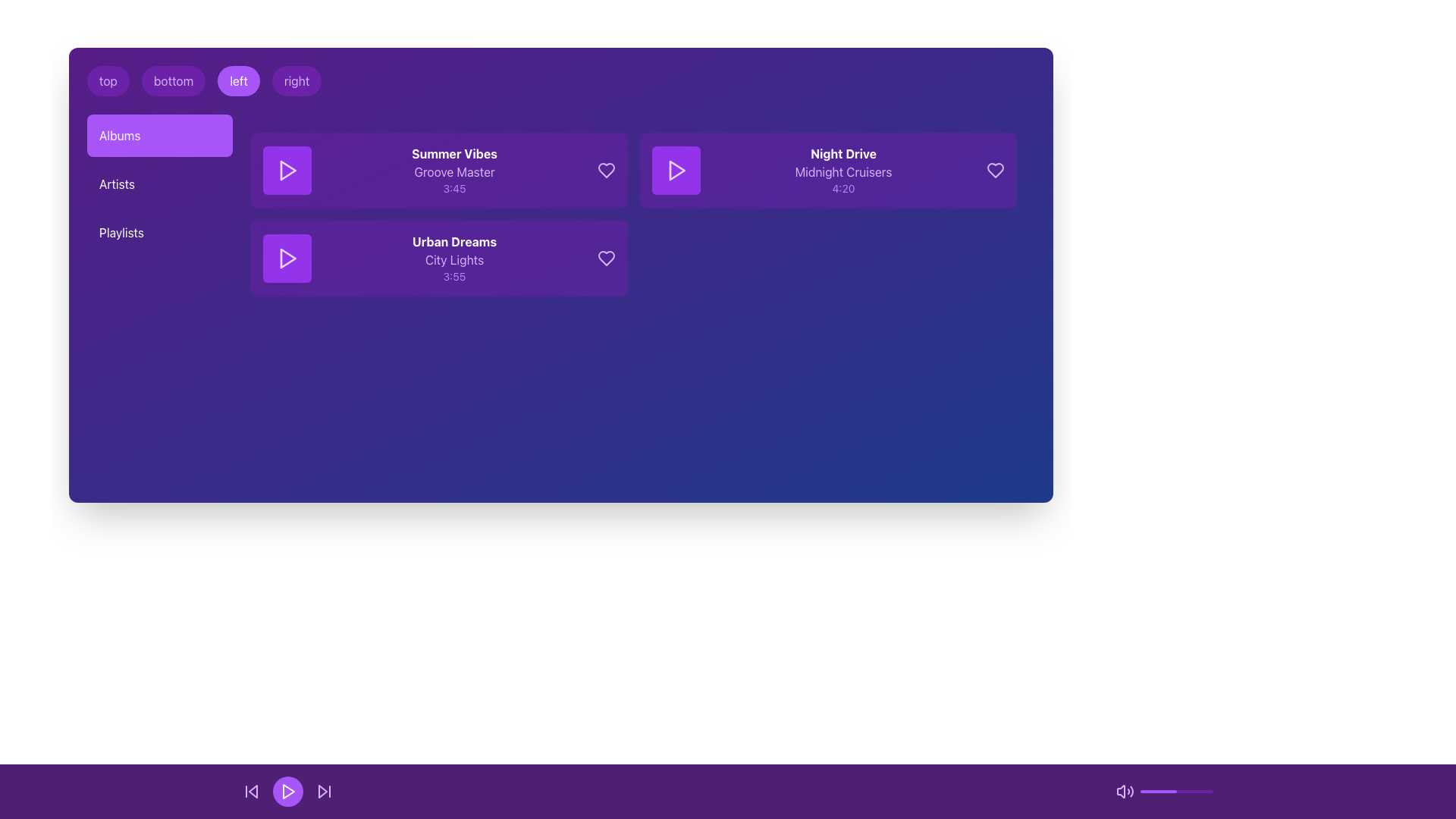 The image size is (1456, 819). What do you see at coordinates (1160, 791) in the screenshot?
I see `the volume level` at bounding box center [1160, 791].